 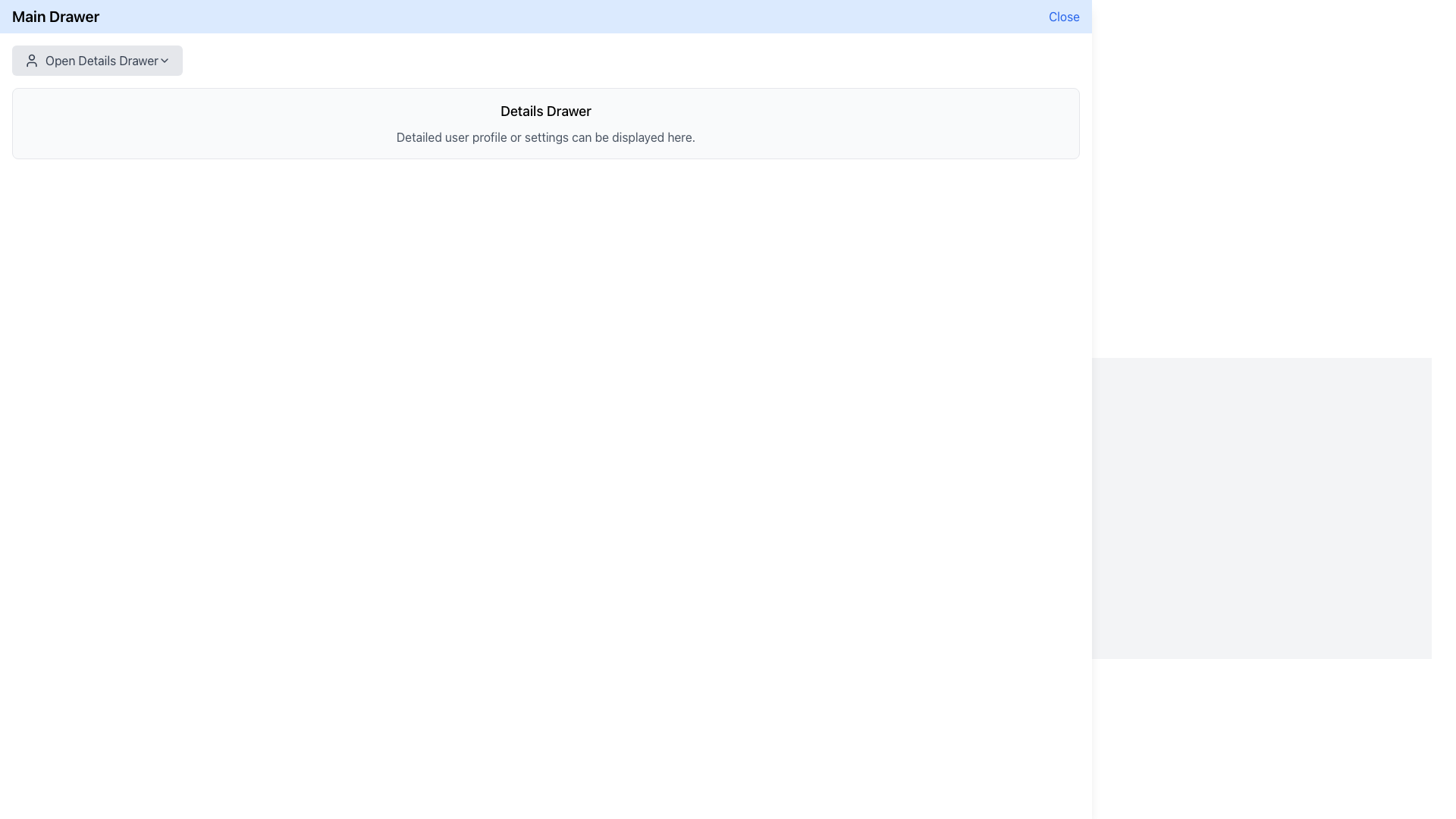 I want to click on the static text element displaying 'Detailed user profile or settings can be displayed here.' located below the 'Details Drawer' heading, so click(x=546, y=137).